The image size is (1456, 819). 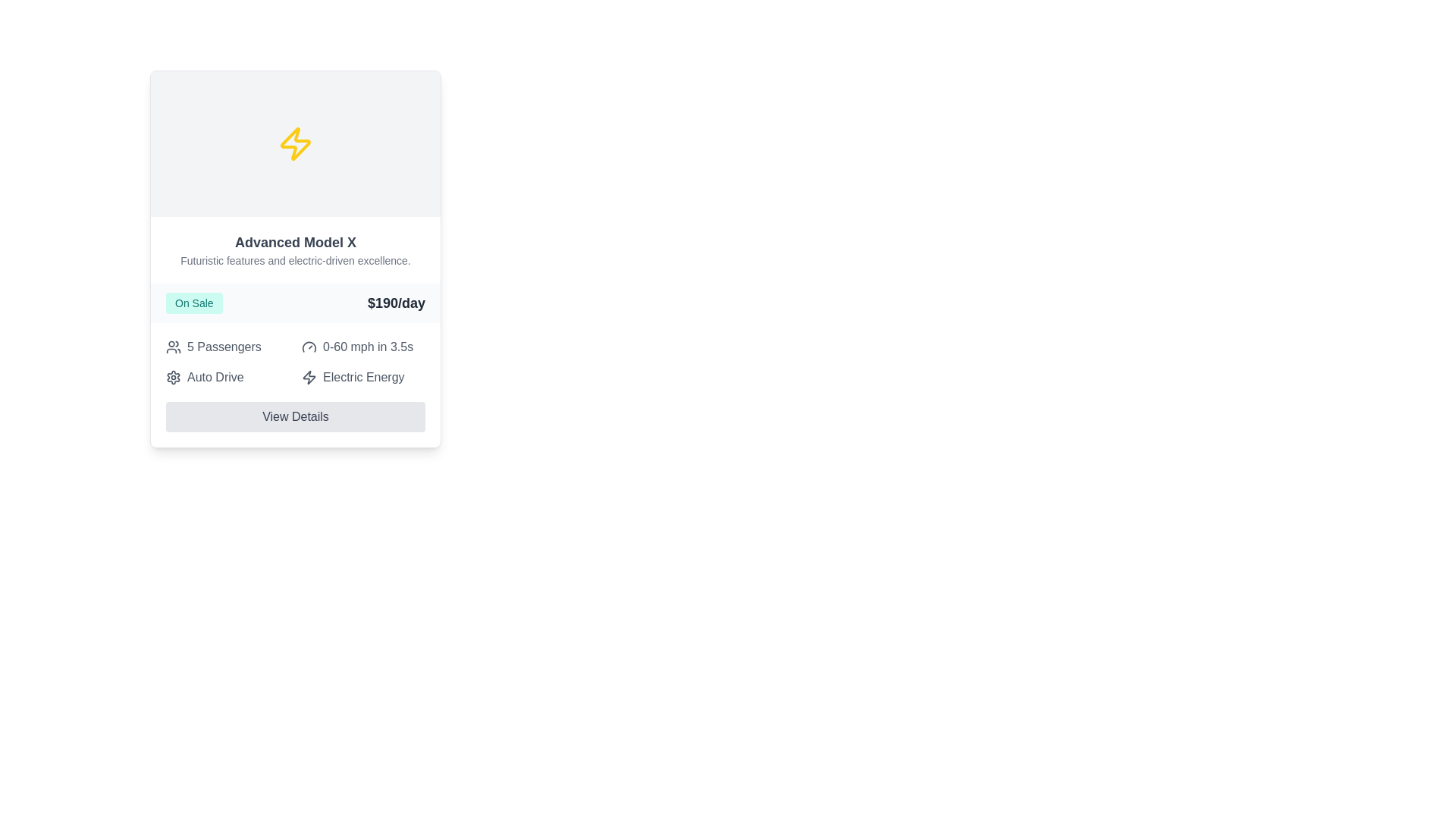 What do you see at coordinates (362, 347) in the screenshot?
I see `the Text with Icon that displays the performance specification of the product, located in the right column below '5 Passengers' and above 'Auto Drive'` at bounding box center [362, 347].